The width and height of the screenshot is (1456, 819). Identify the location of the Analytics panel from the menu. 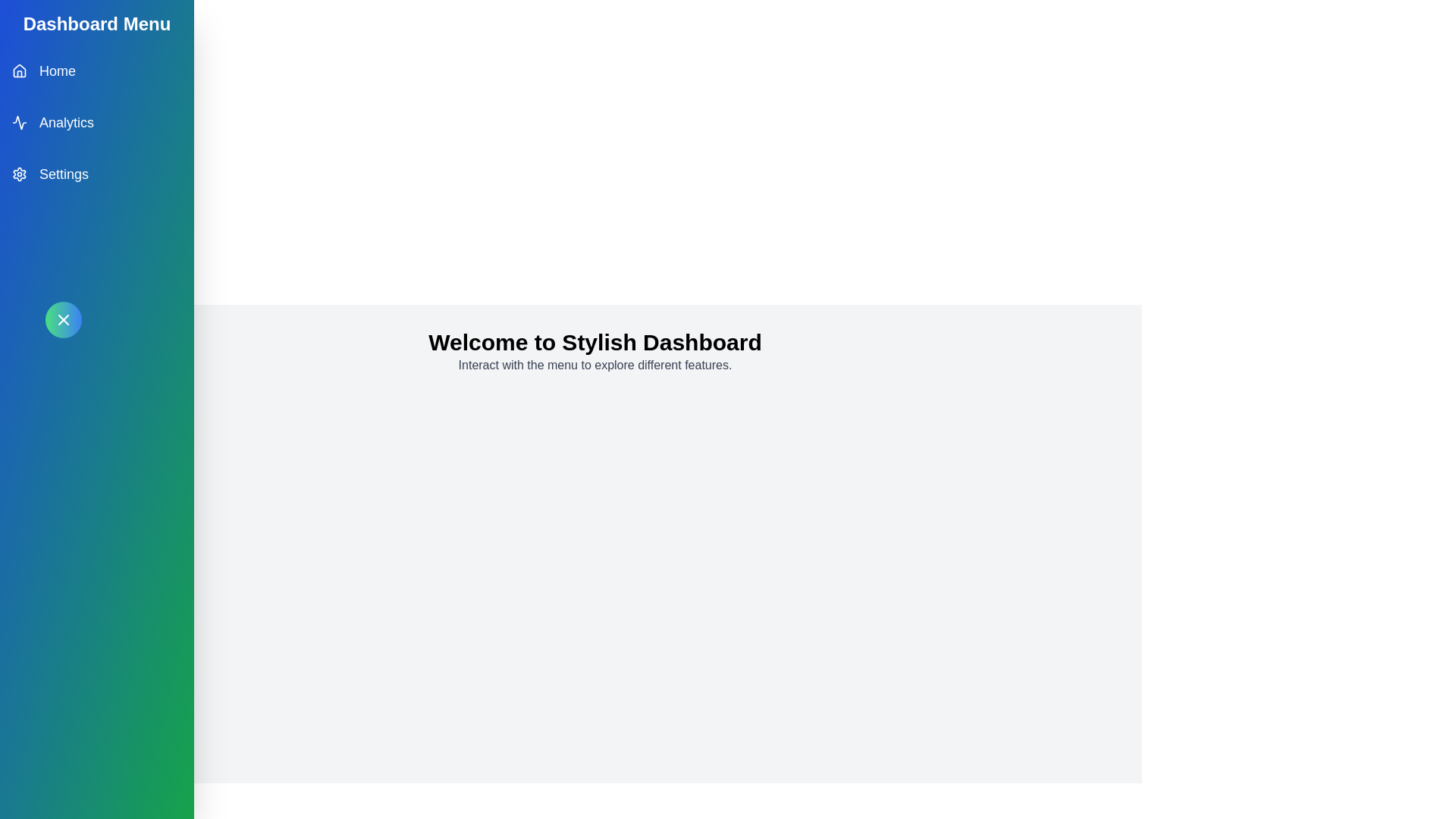
(96, 122).